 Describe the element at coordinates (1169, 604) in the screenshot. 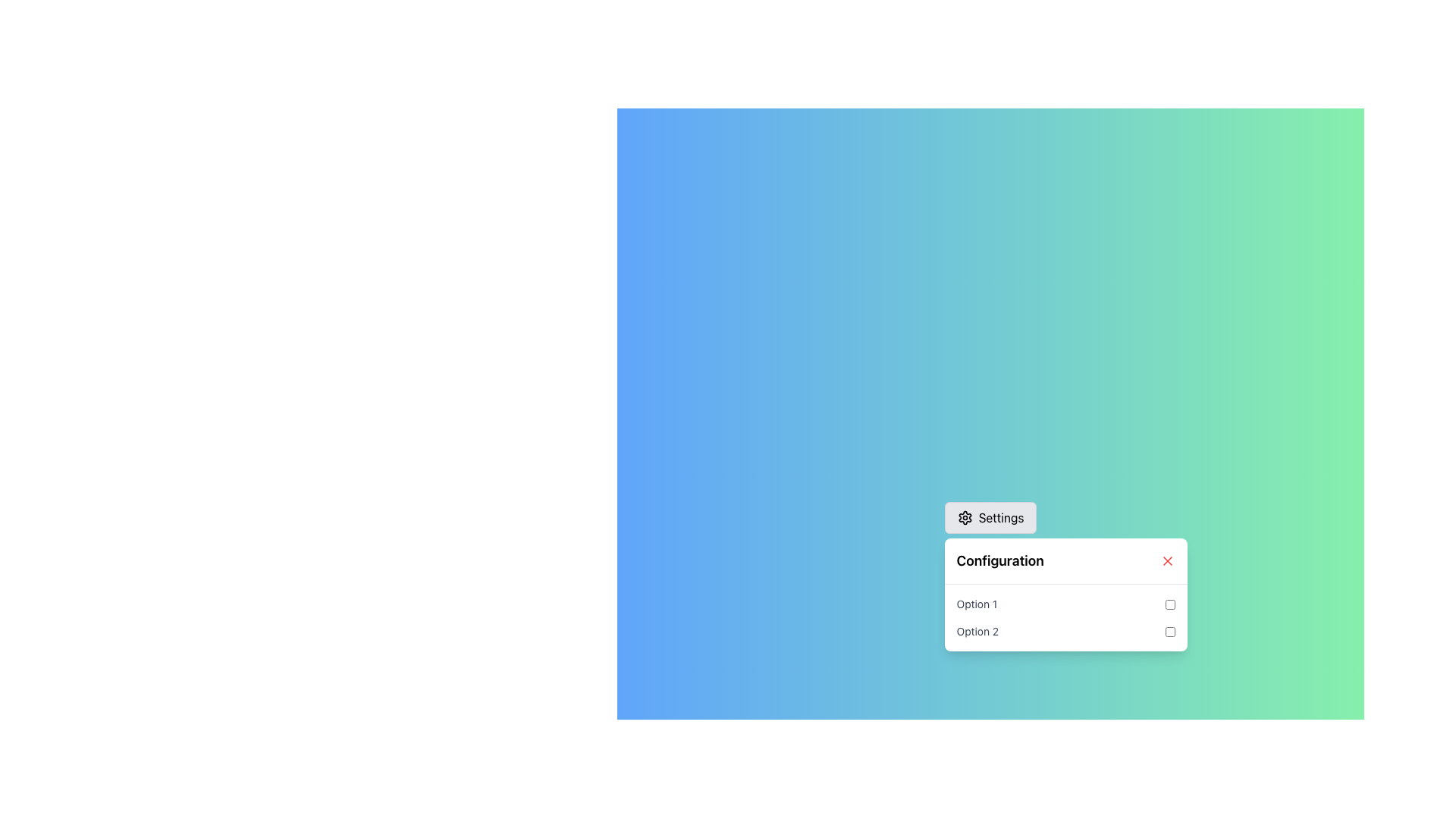

I see `the checkbox labeled 'Option 1' within the 'Configuration' panel` at that location.